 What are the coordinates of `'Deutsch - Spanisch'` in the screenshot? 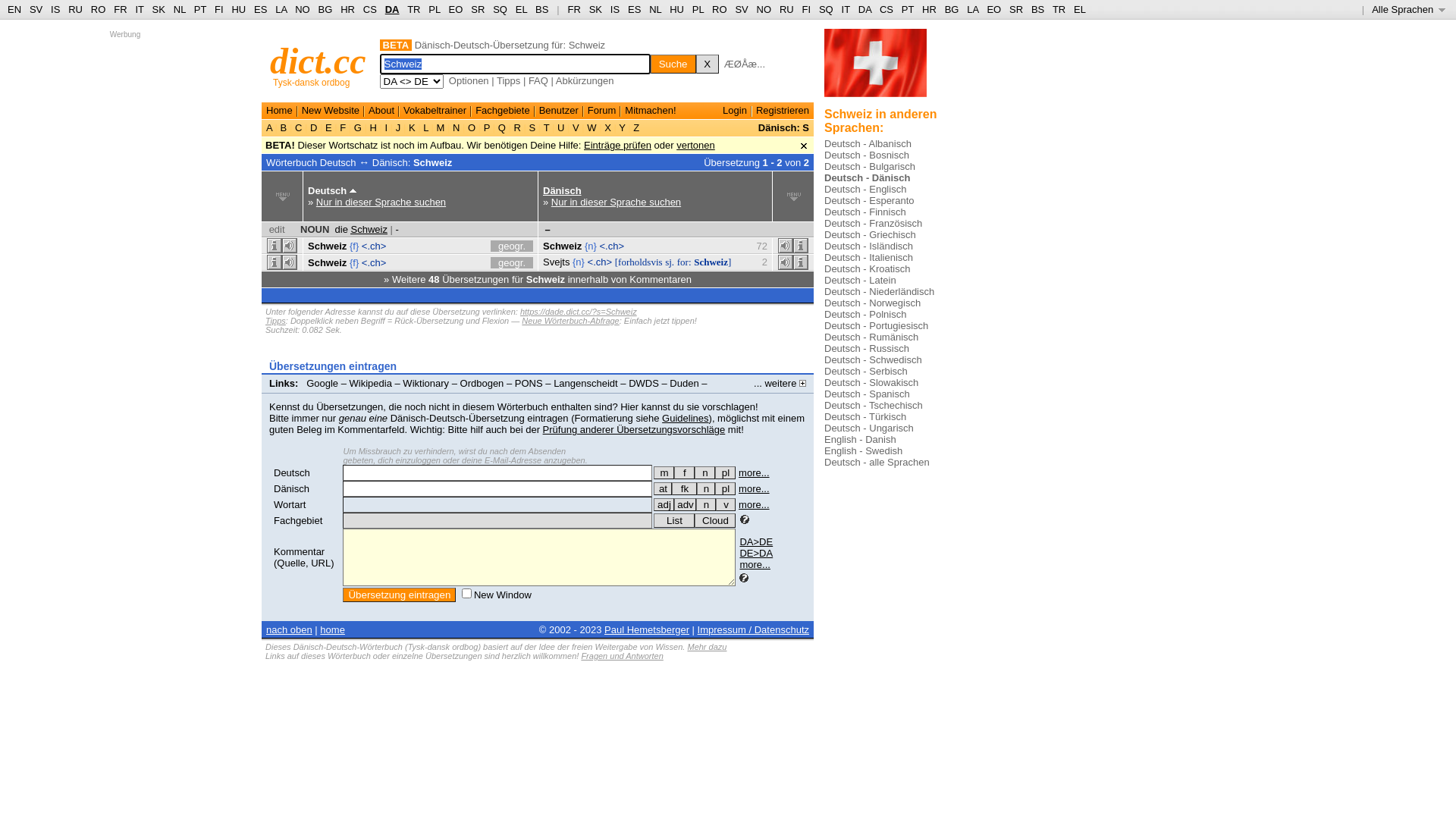 It's located at (867, 393).